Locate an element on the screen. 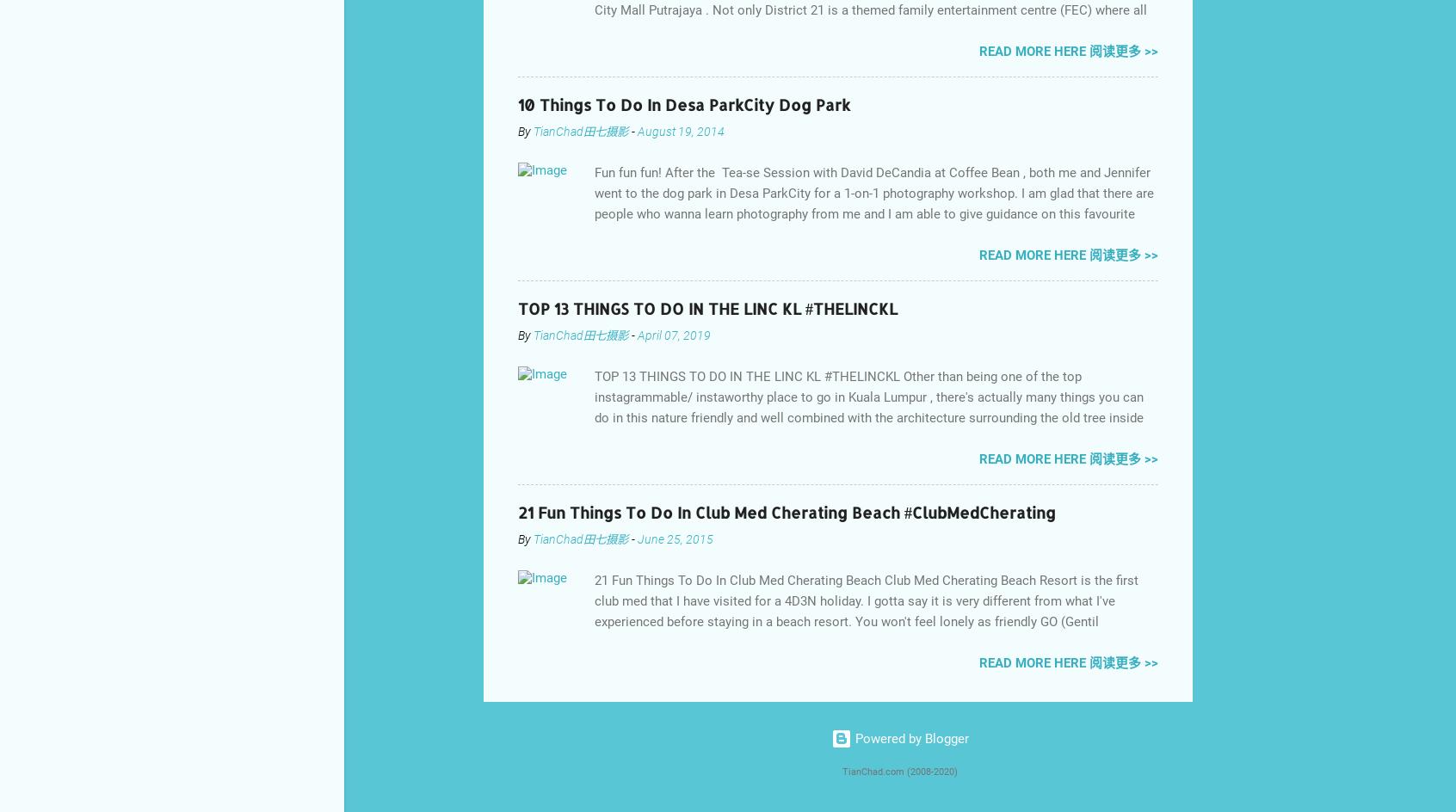 The height and width of the screenshot is (812, 1456). 'TOP 13 THINGS TO DO IN THE LINC KL #THELINCKL' is located at coordinates (707, 307).